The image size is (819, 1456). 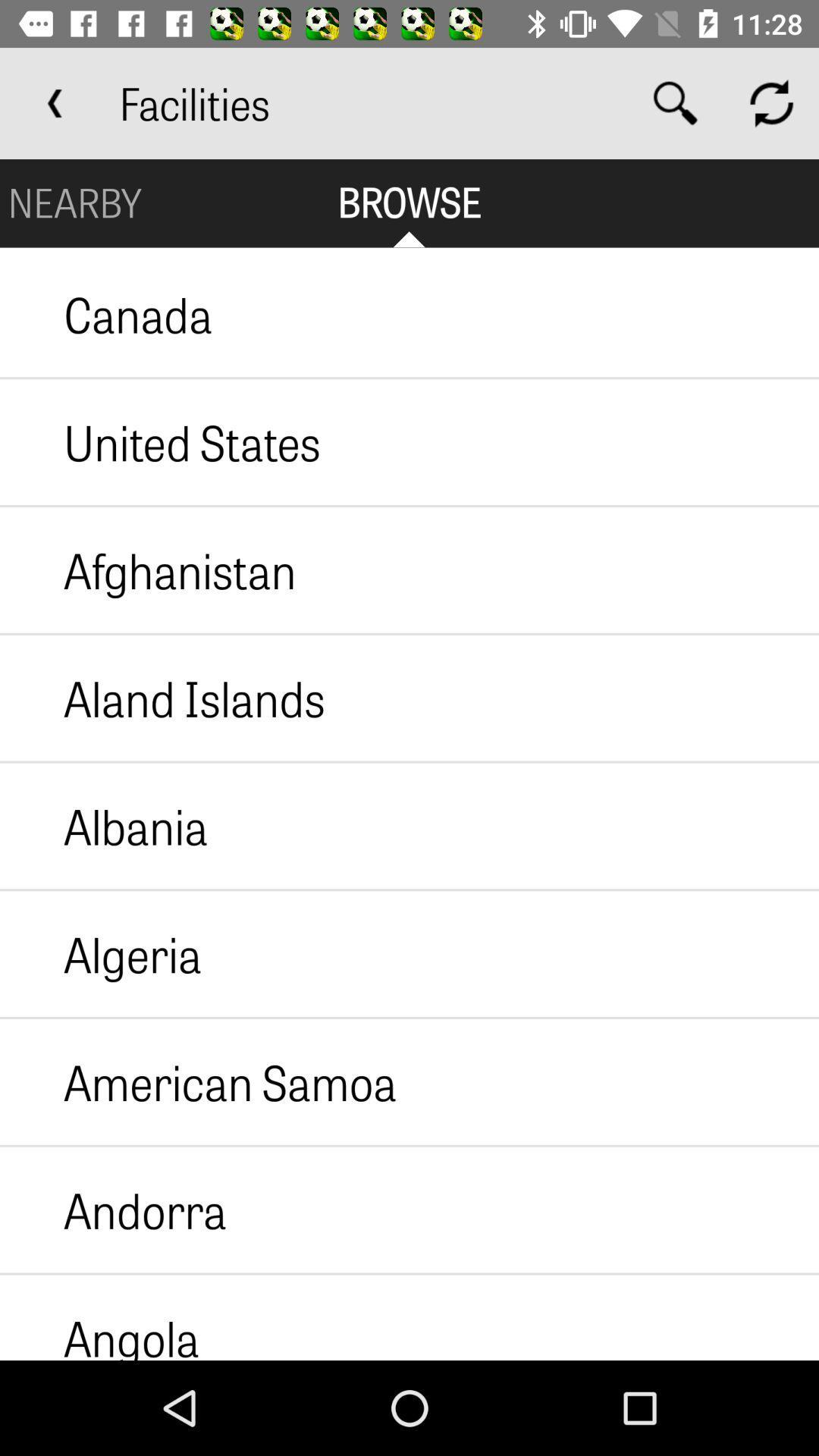 I want to click on the canada, so click(x=105, y=313).